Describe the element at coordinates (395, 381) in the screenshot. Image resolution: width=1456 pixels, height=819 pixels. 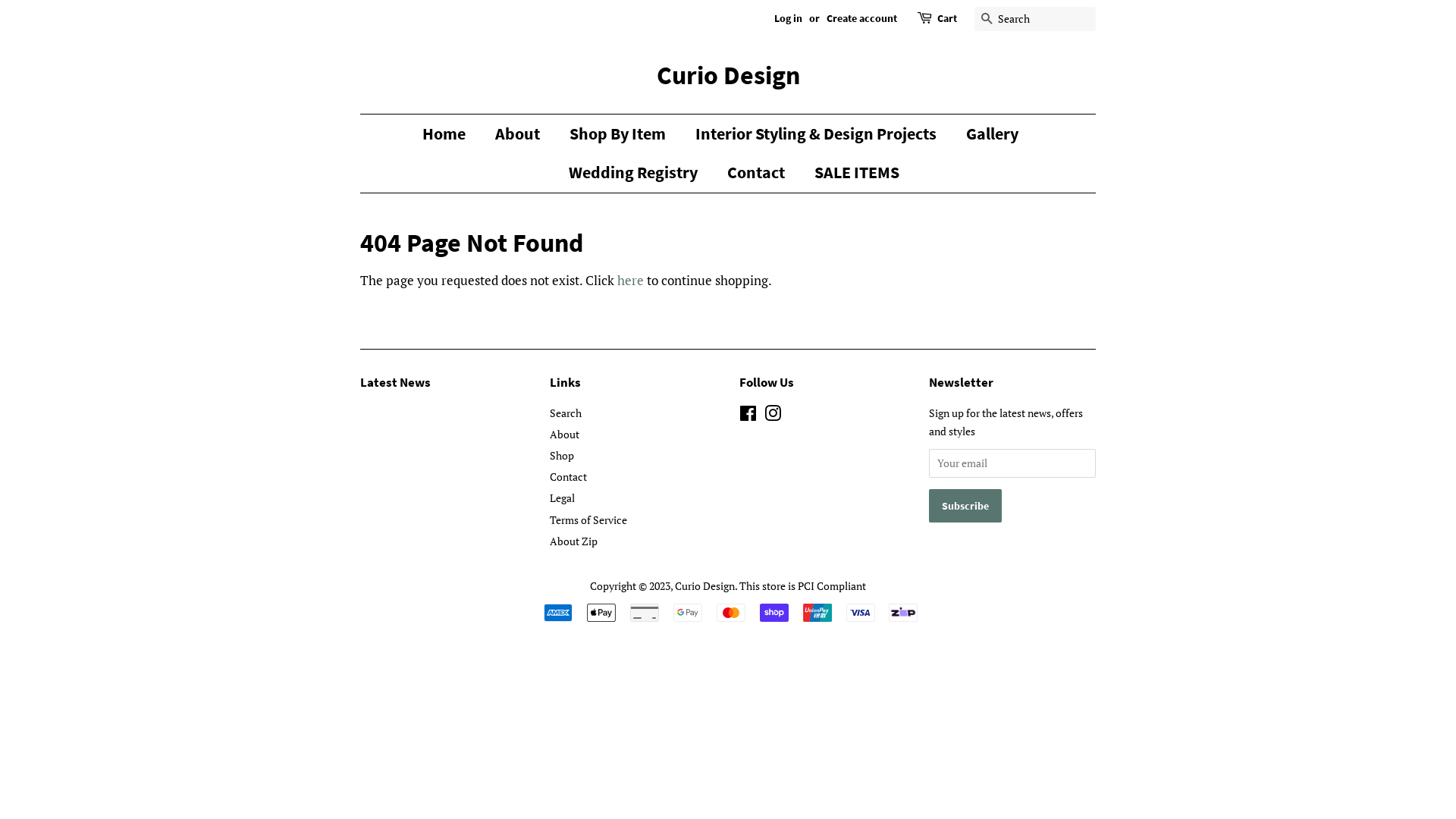
I see `'Latest News'` at that location.